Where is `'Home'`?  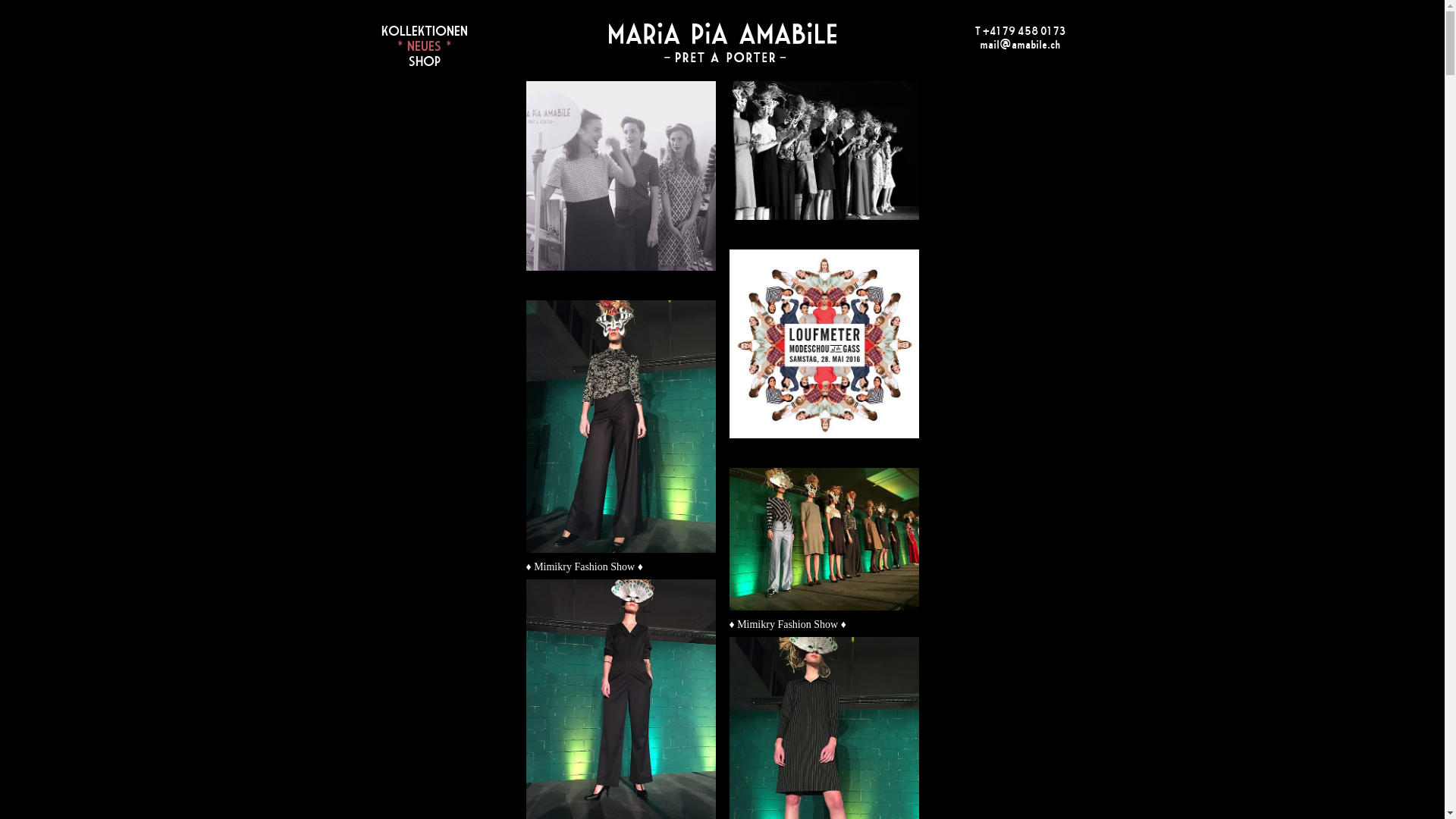 'Home' is located at coordinates (720, 42).